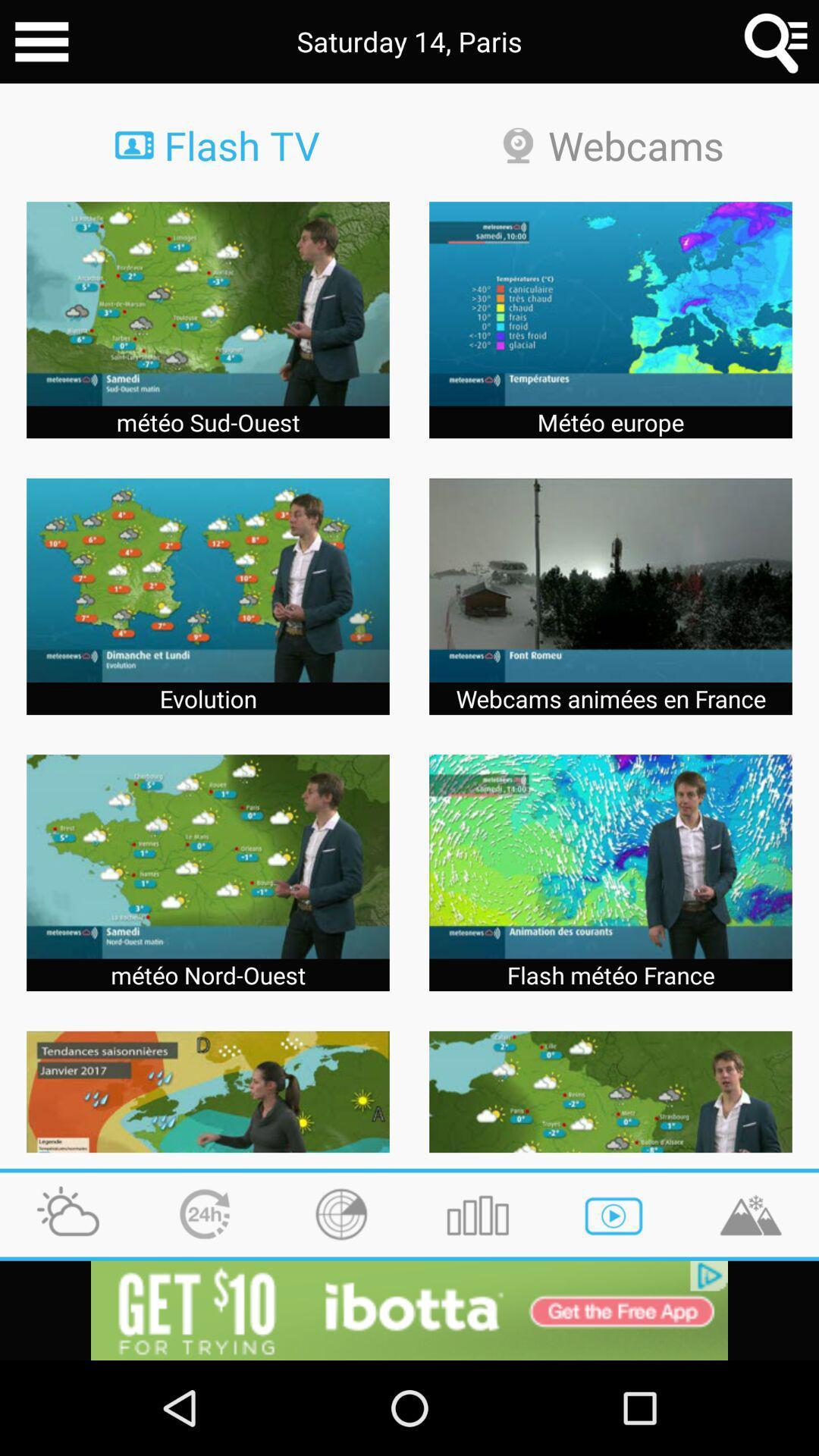  Describe the element at coordinates (205, 1215) in the screenshot. I see `the symbol which right to cloud symbol` at that location.